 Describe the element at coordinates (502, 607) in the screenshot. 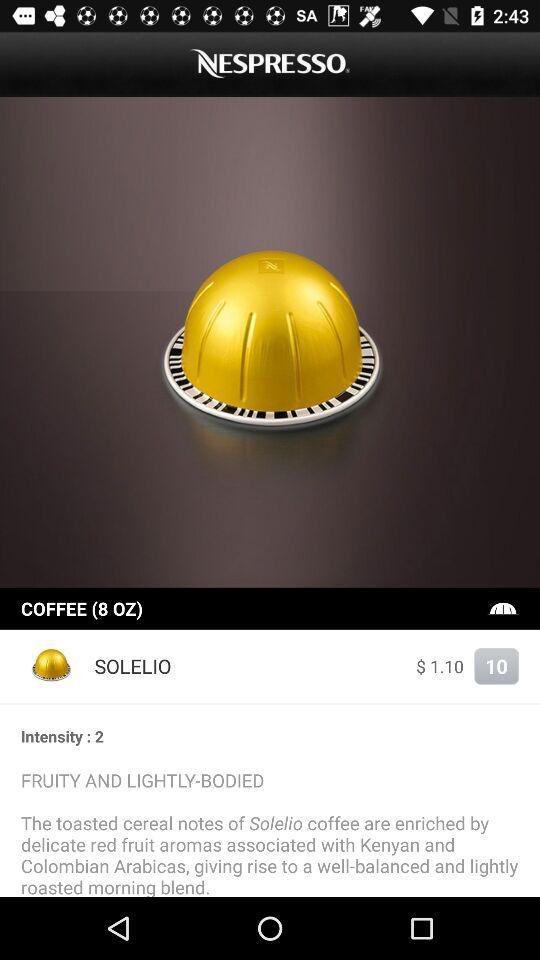

I see `icon next to the coffee (8 oz)` at that location.